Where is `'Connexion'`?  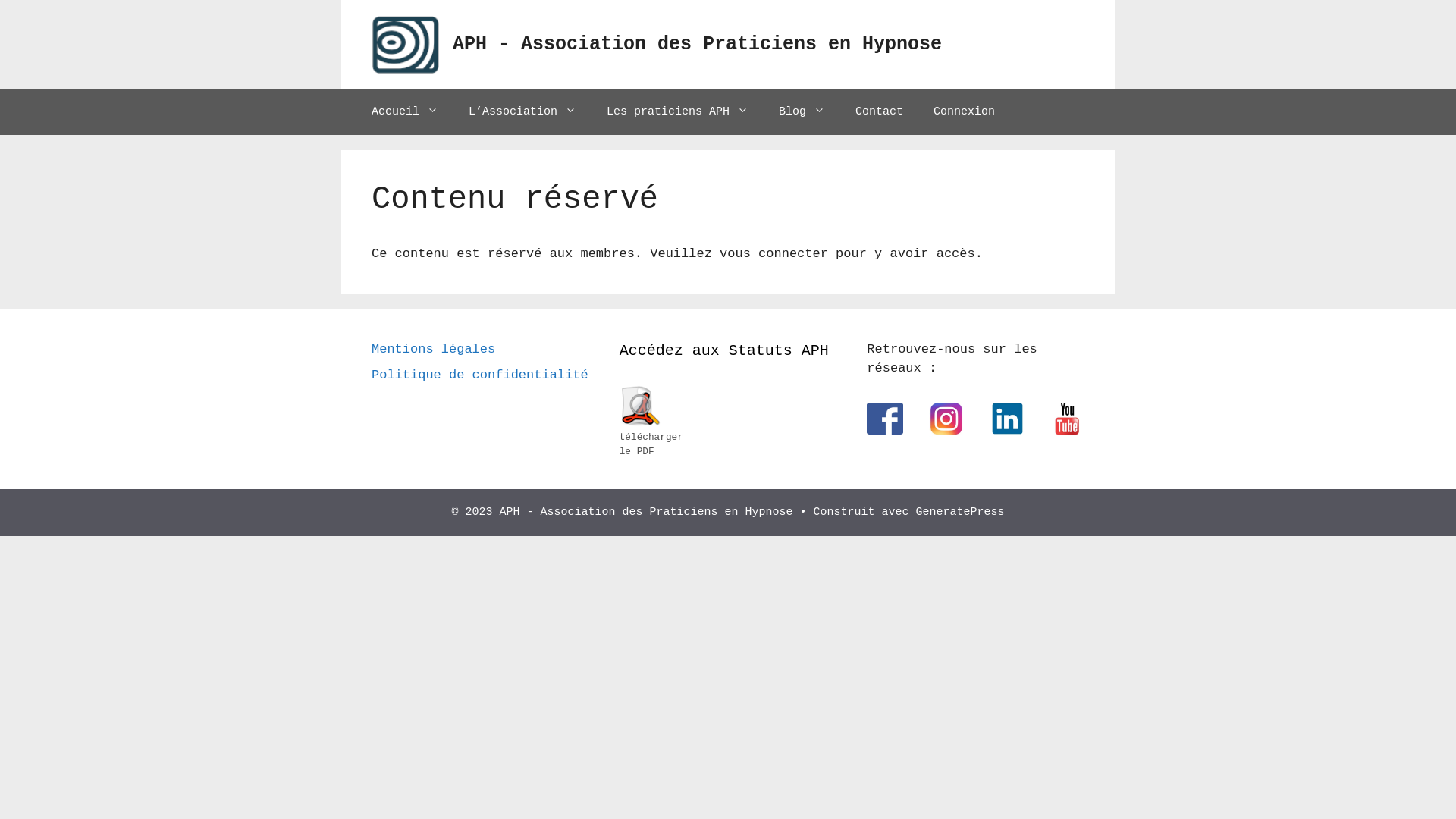
'Connexion' is located at coordinates (963, 111).